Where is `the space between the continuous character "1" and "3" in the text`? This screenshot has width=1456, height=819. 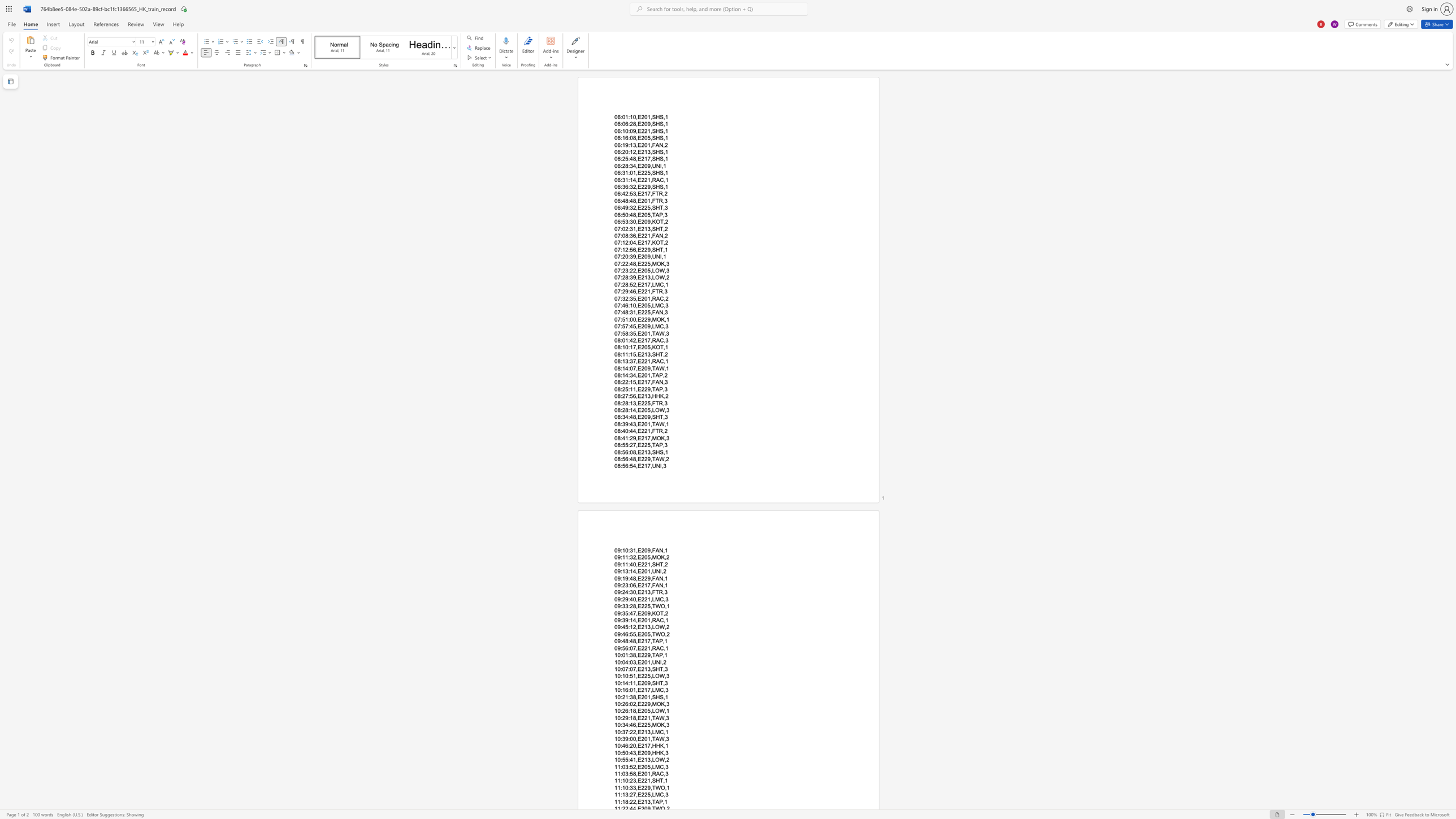 the space between the continuous character "1" and "3" in the text is located at coordinates (632, 402).